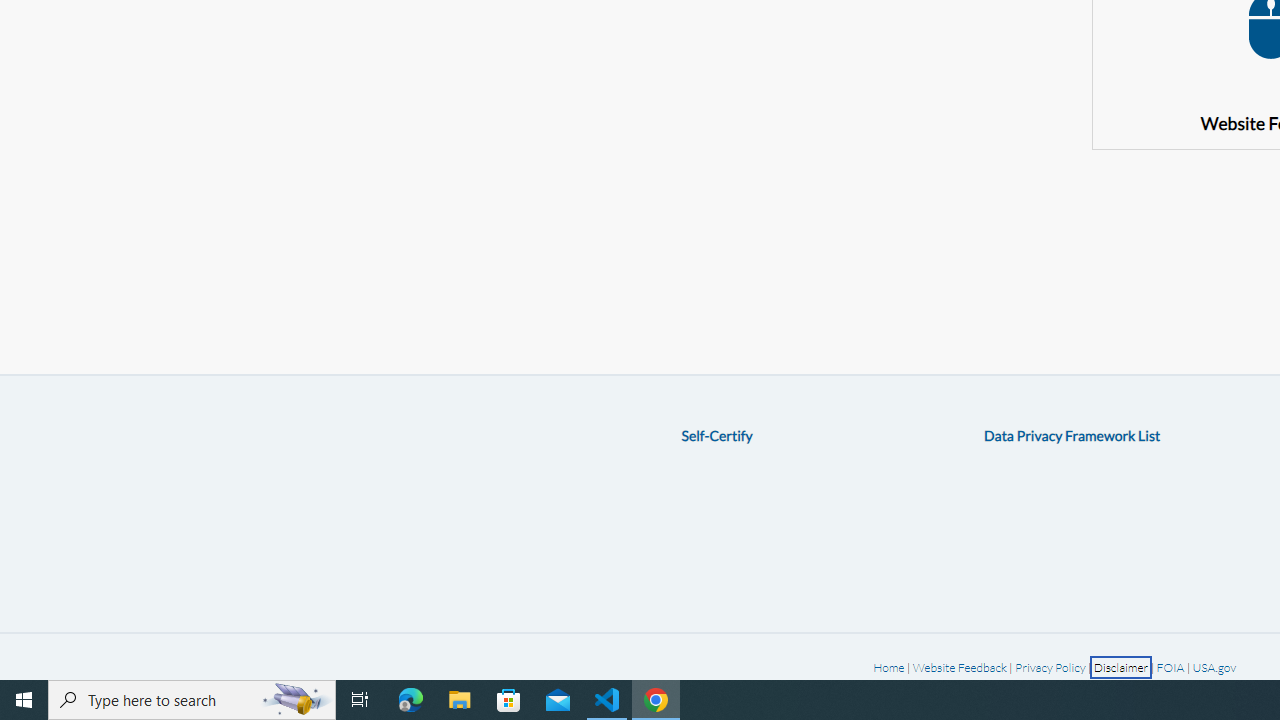 The height and width of the screenshot is (720, 1280). What do you see at coordinates (1121, 667) in the screenshot?
I see `'Disclaimer'` at bounding box center [1121, 667].